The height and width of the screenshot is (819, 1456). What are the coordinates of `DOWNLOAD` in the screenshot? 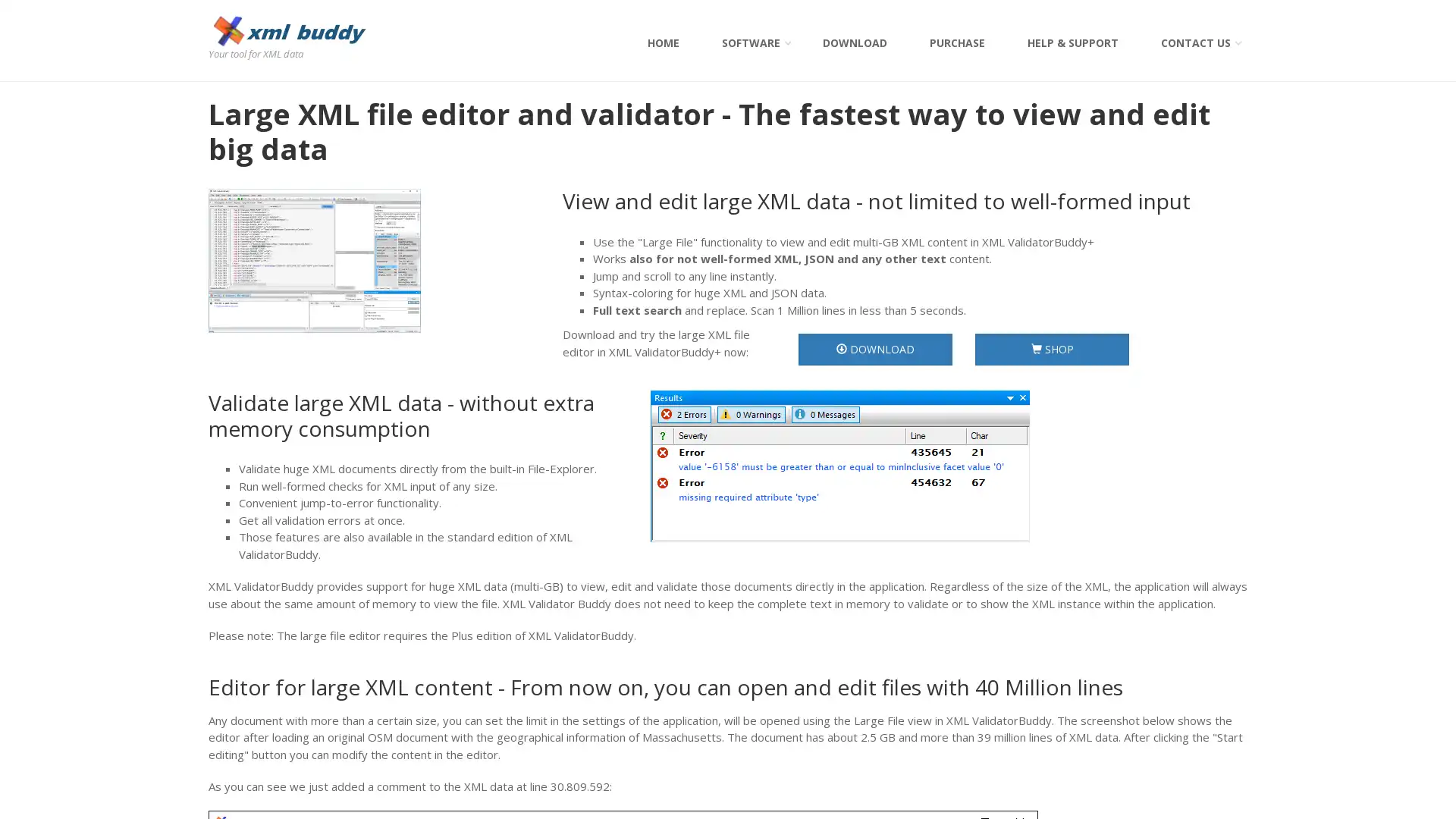 It's located at (874, 350).